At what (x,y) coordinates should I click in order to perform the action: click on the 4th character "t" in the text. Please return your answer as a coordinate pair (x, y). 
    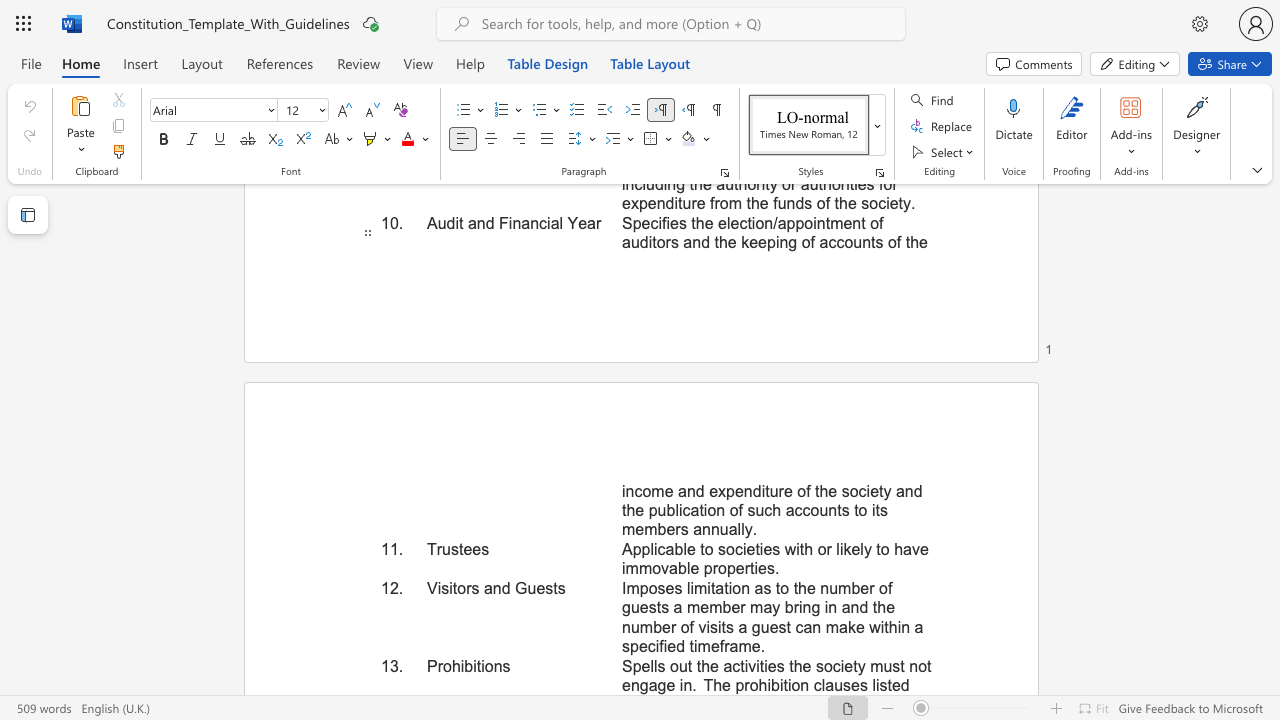
    Looking at the image, I should click on (878, 549).